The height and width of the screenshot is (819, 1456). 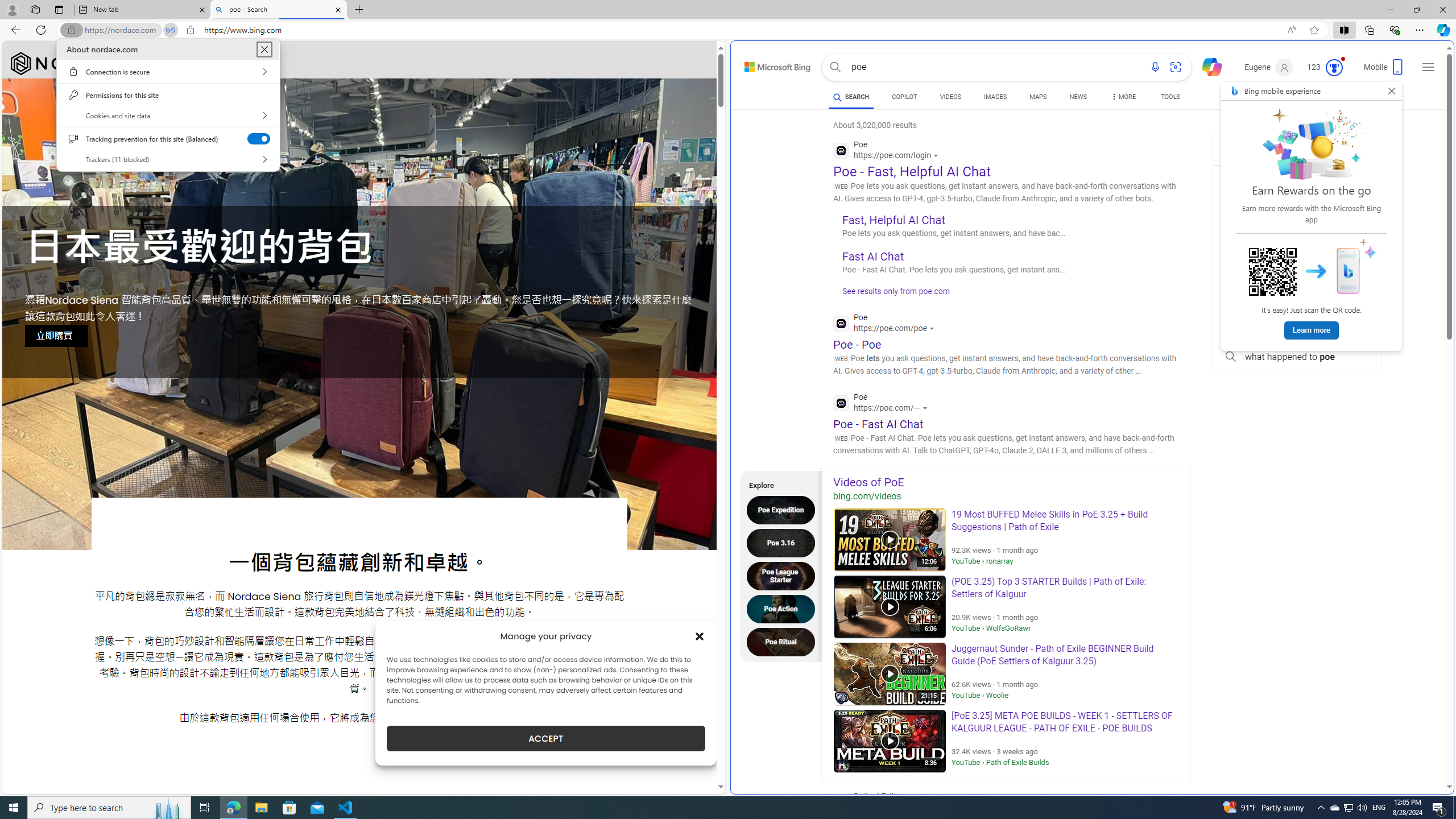 What do you see at coordinates (995, 96) in the screenshot?
I see `'IMAGES'` at bounding box center [995, 96].